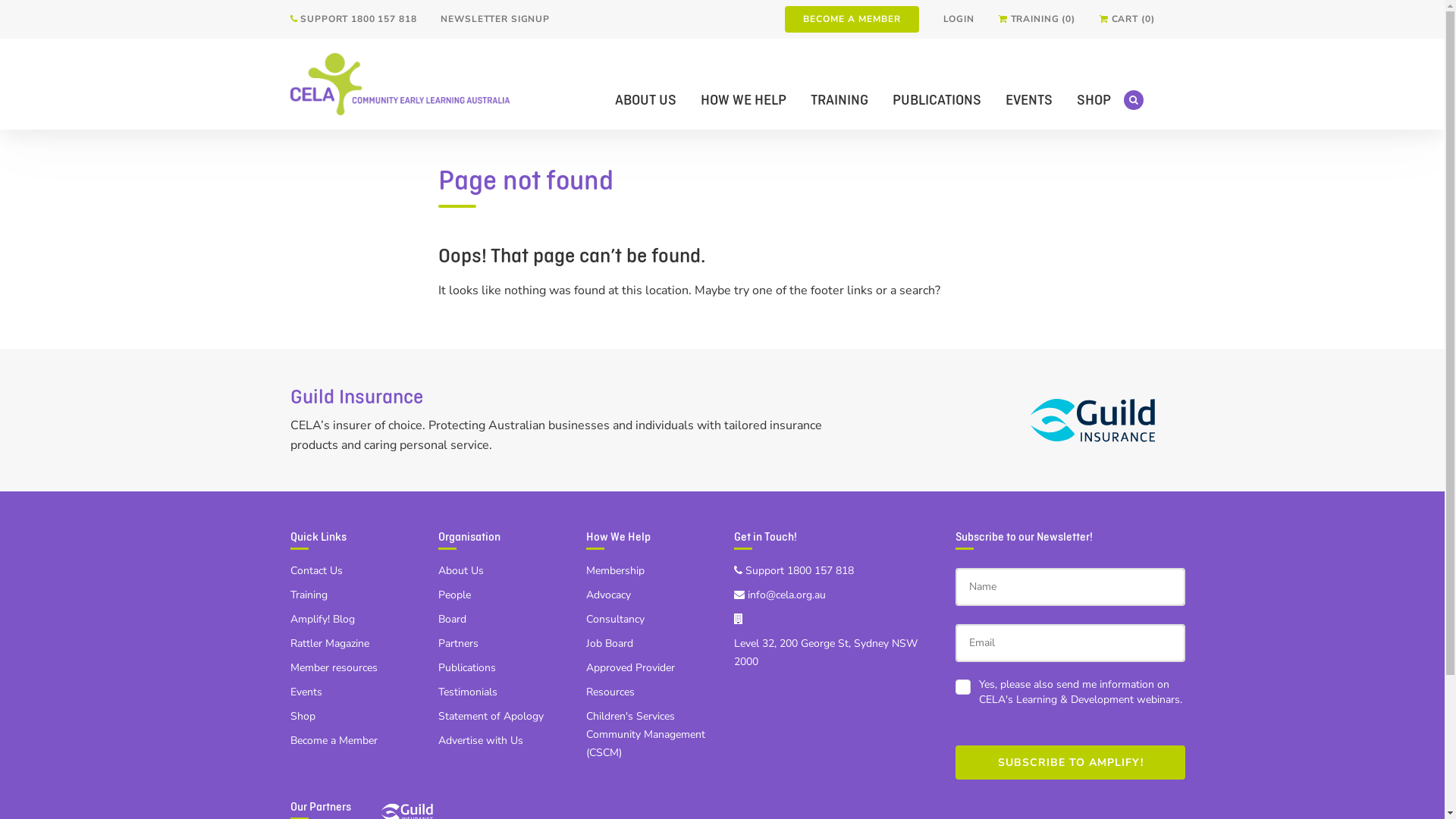  What do you see at coordinates (645, 99) in the screenshot?
I see `'ABOUT US'` at bounding box center [645, 99].